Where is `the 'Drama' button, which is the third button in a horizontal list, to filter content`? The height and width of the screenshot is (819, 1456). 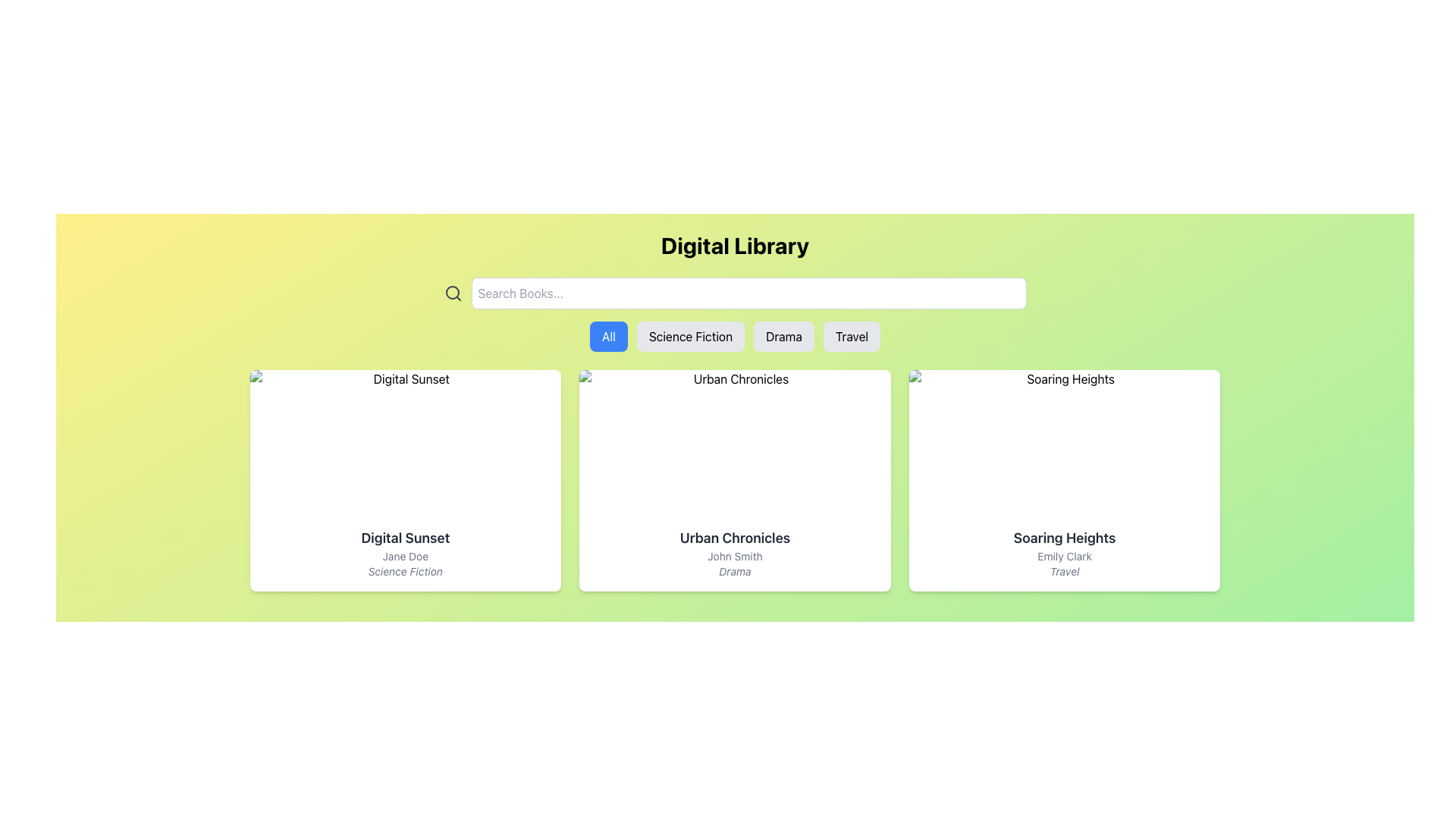 the 'Drama' button, which is the third button in a horizontal list, to filter content is located at coordinates (783, 335).